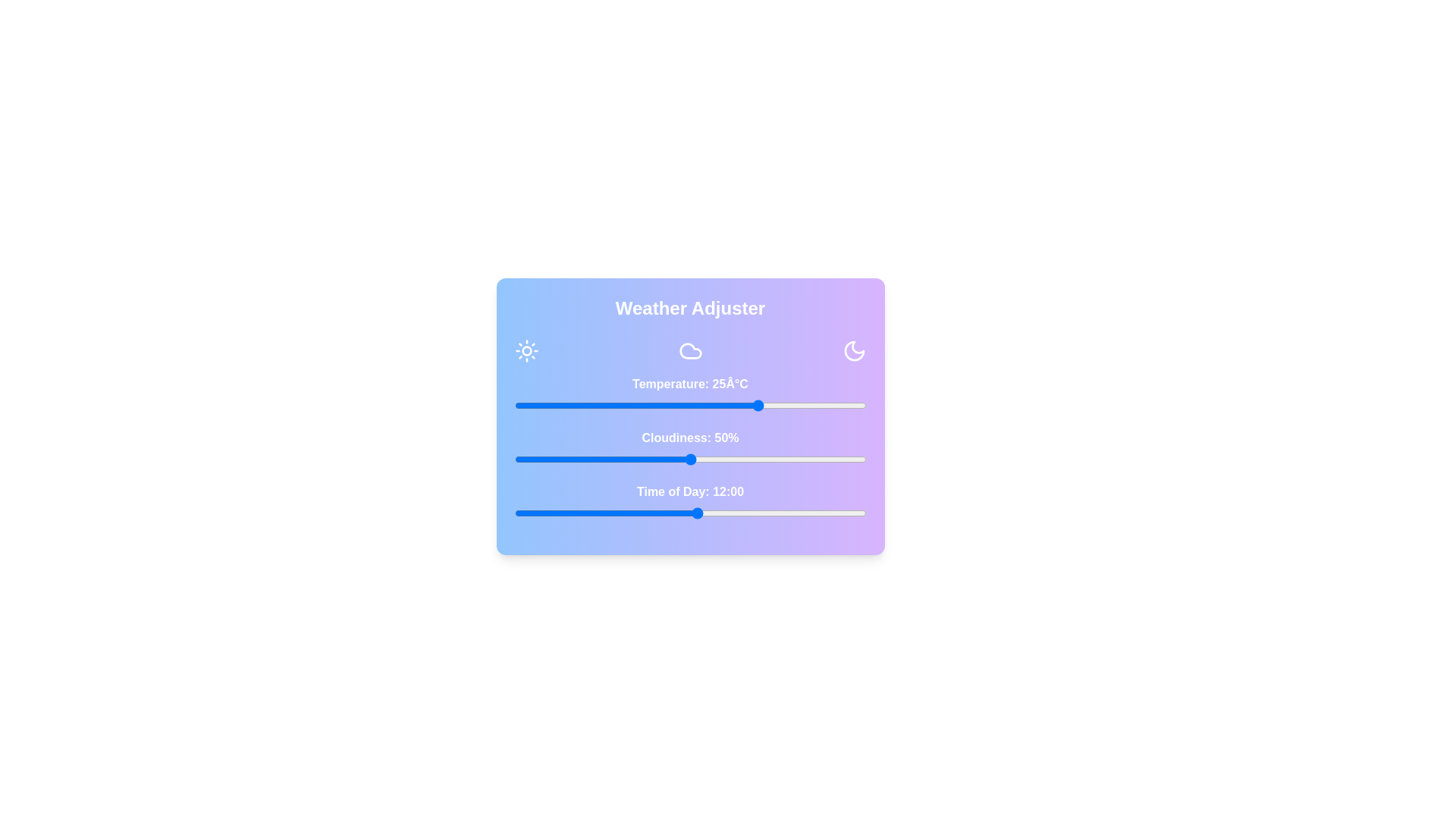  I want to click on the cloudiness level, so click(630, 458).